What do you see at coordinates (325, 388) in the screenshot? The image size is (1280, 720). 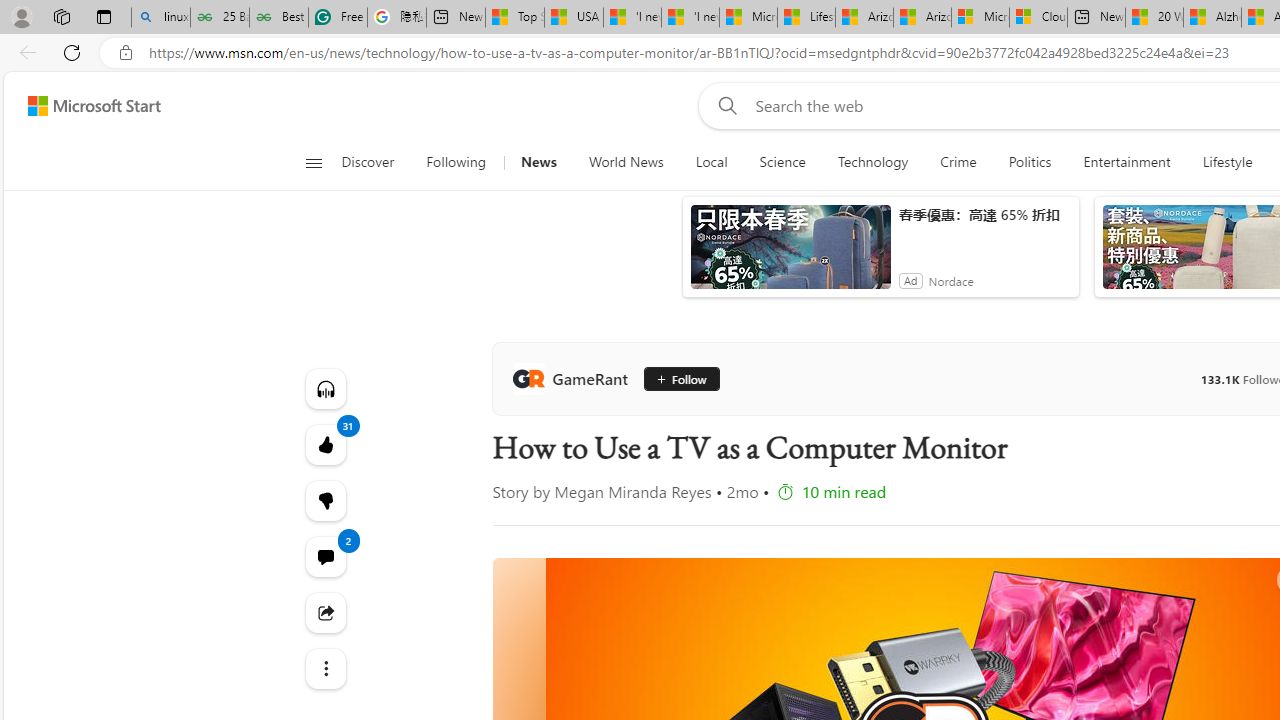 I see `'Listen to this article'` at bounding box center [325, 388].